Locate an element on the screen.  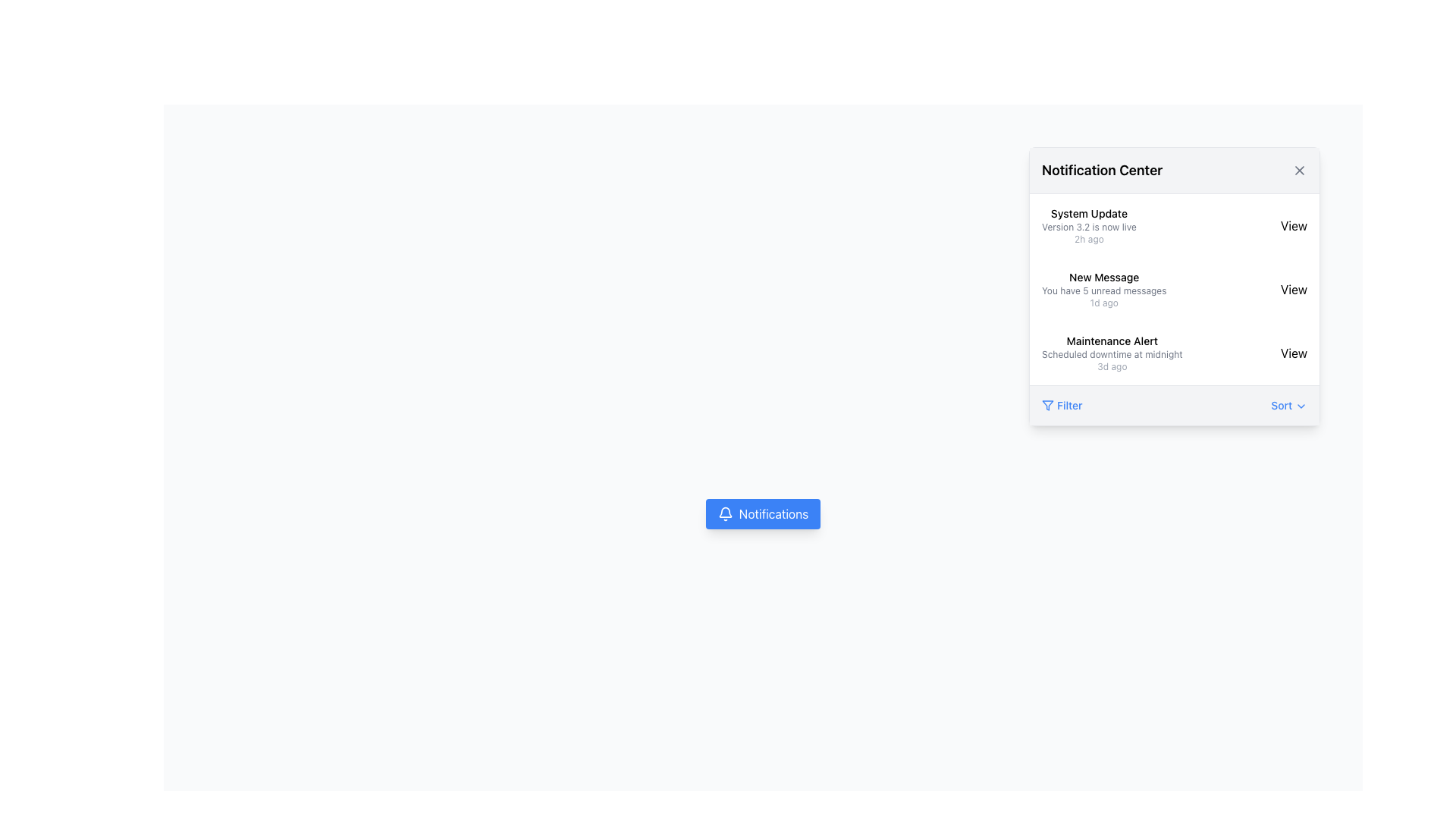
the '2h ago' text label displayed in small, light gray font located below the 'System Update' headline in the notification center is located at coordinates (1087, 239).